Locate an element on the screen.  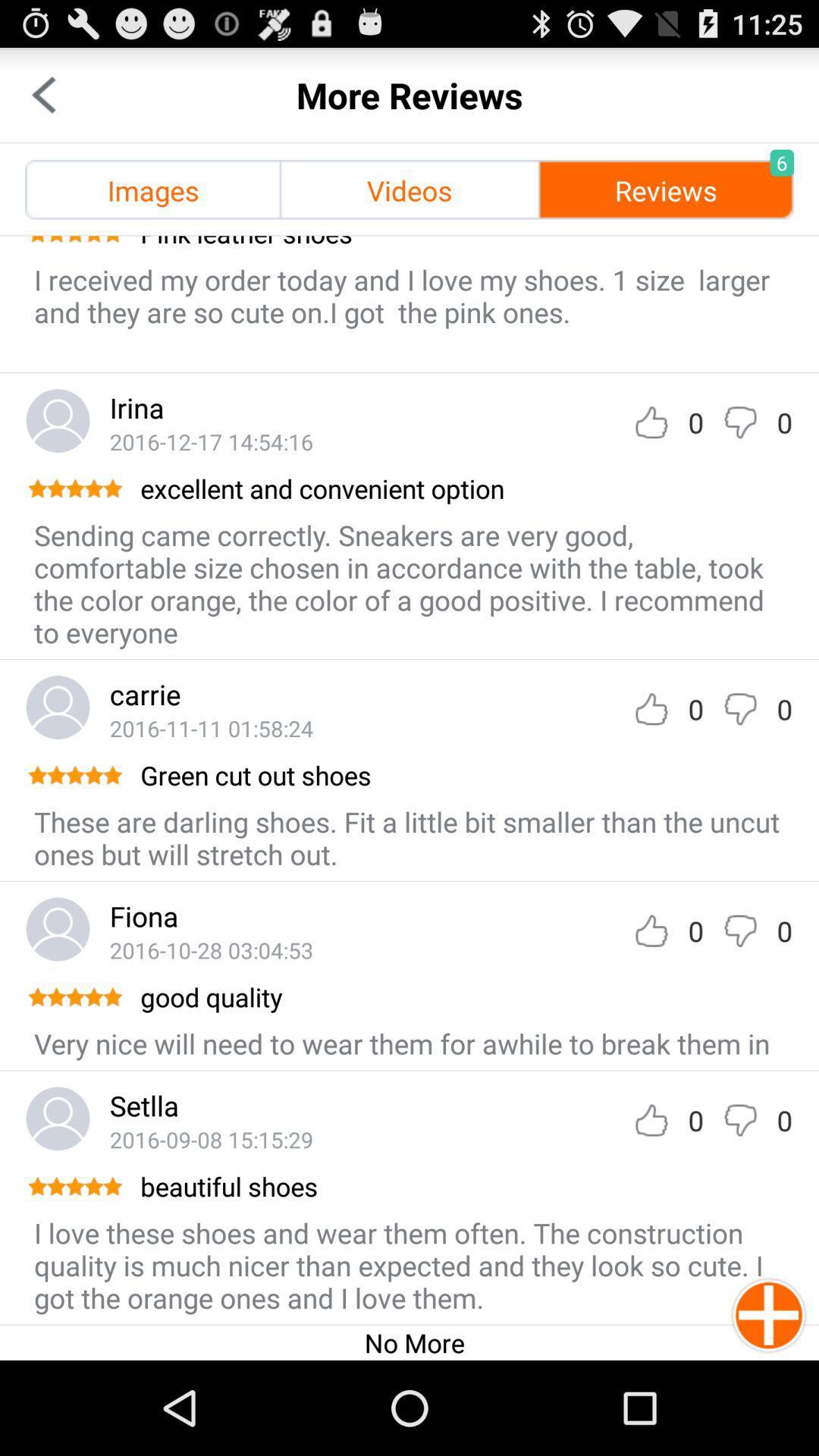
icon below the irina icon is located at coordinates (211, 441).